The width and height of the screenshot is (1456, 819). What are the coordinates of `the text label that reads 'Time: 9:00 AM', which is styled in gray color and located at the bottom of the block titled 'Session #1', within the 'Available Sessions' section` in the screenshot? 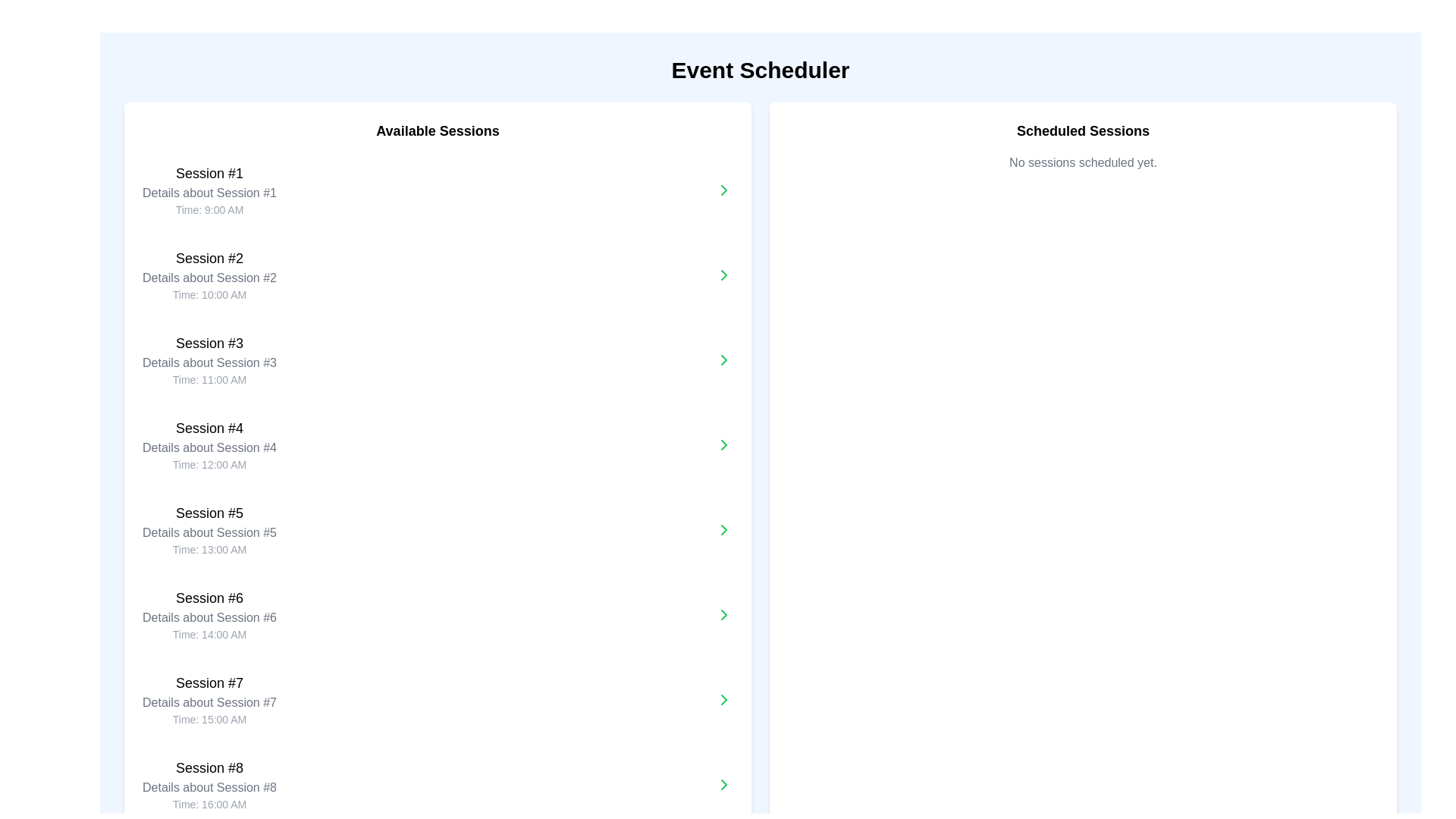 It's located at (209, 210).